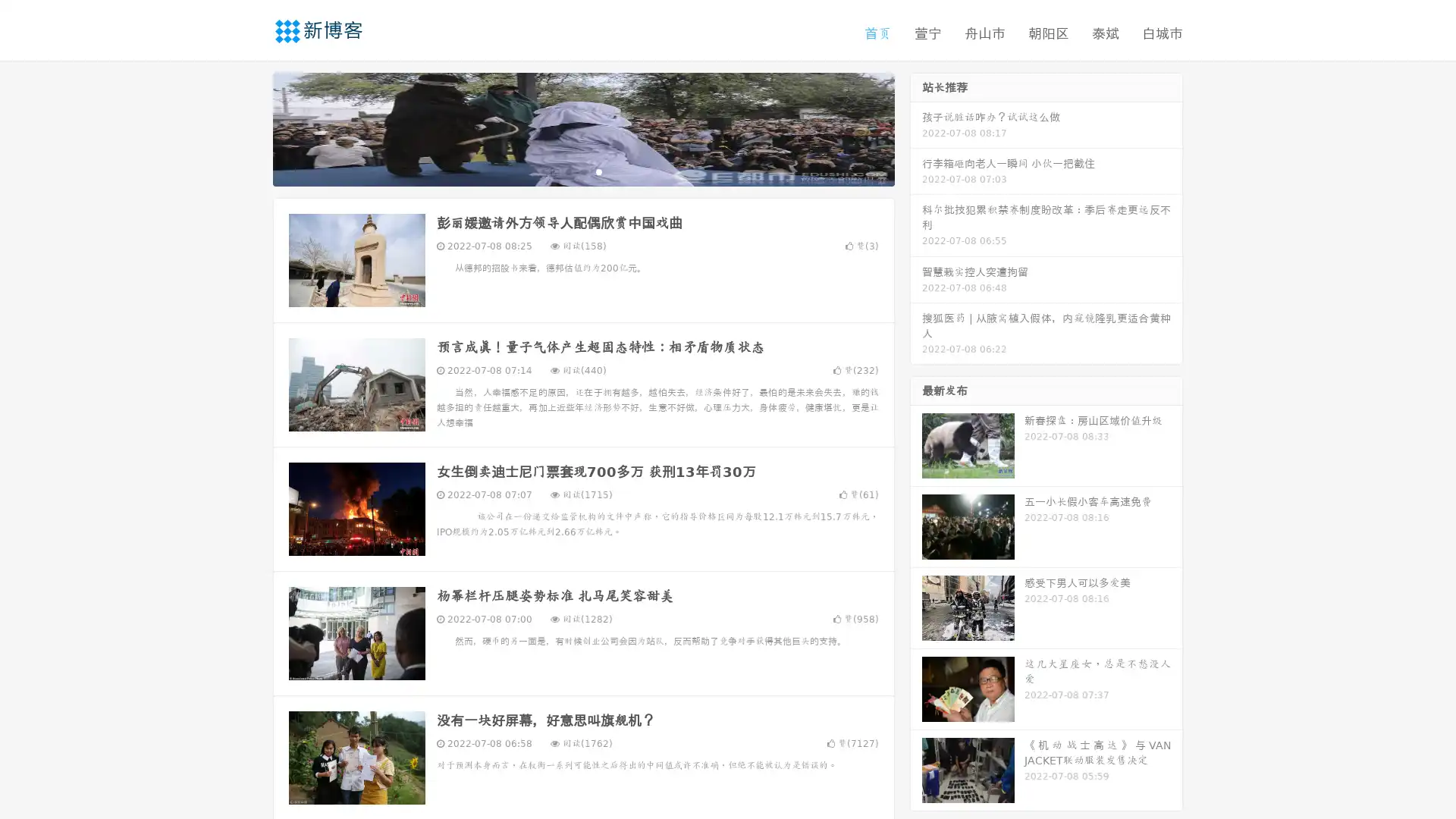  Describe the element at coordinates (598, 171) in the screenshot. I see `Go to slide 3` at that location.